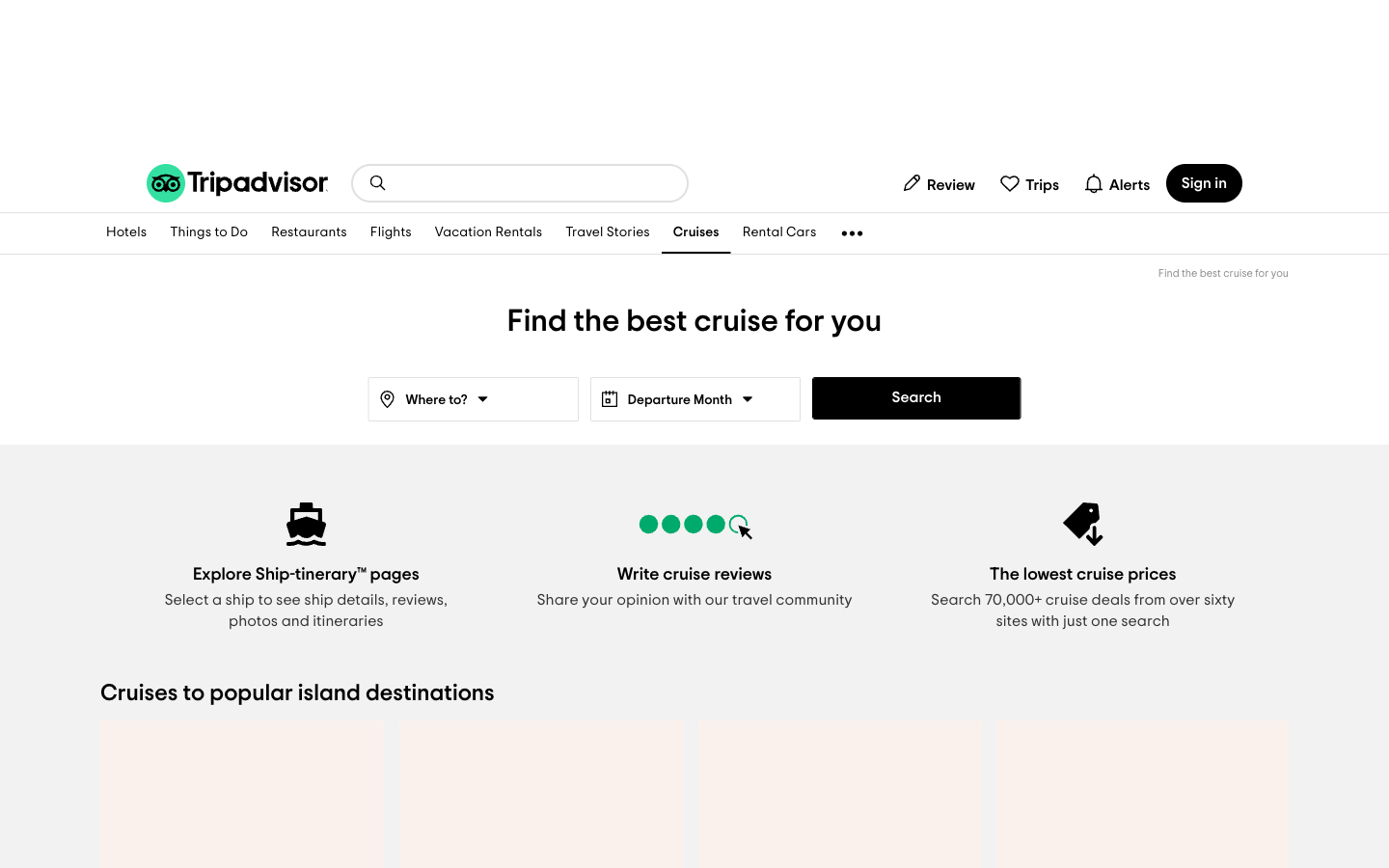 Image resolution: width=1389 pixels, height=868 pixels. I want to click on Search hotels in current place, so click(125, 232).